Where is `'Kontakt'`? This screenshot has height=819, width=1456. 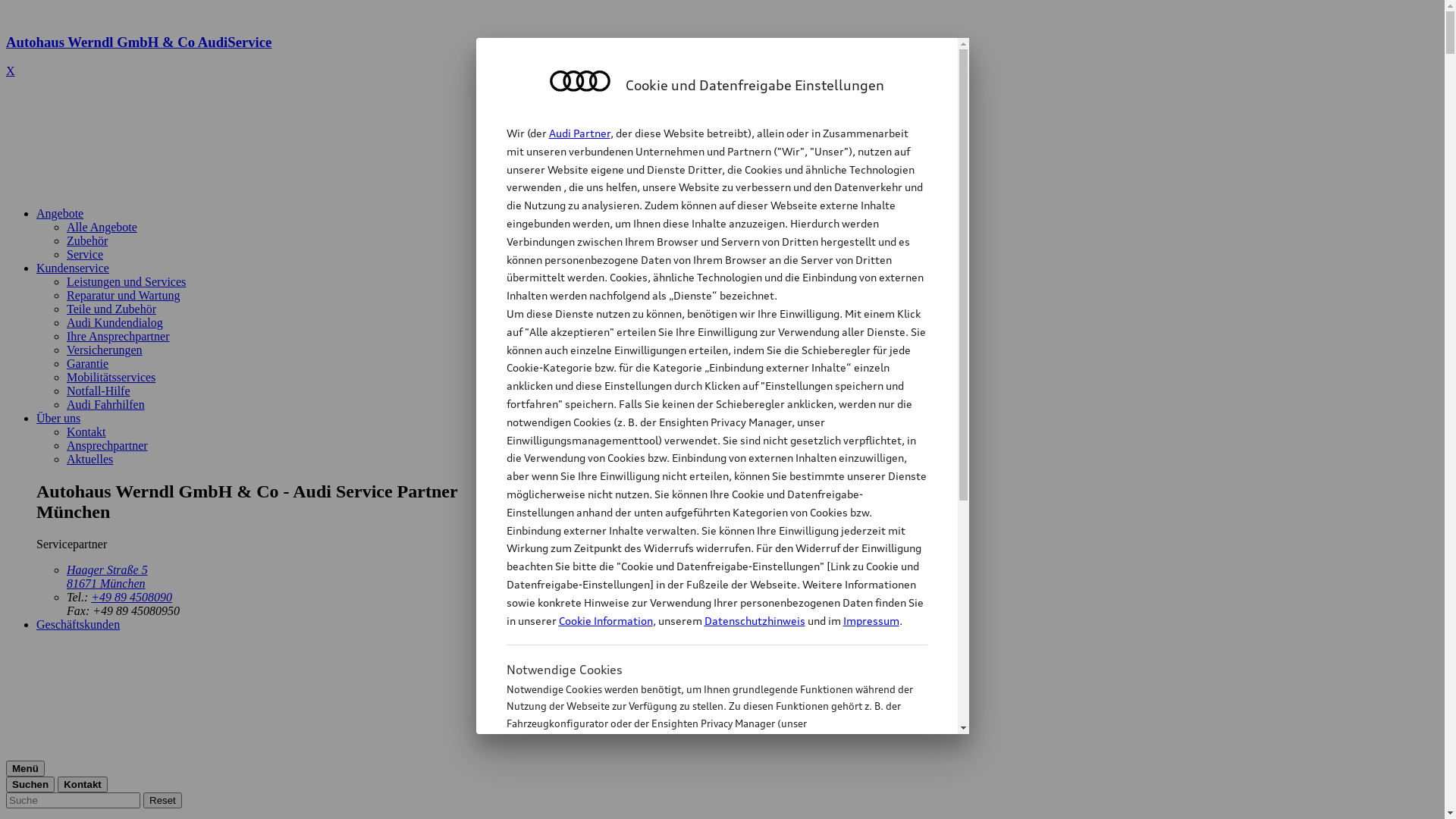
'Kontakt' is located at coordinates (82, 784).